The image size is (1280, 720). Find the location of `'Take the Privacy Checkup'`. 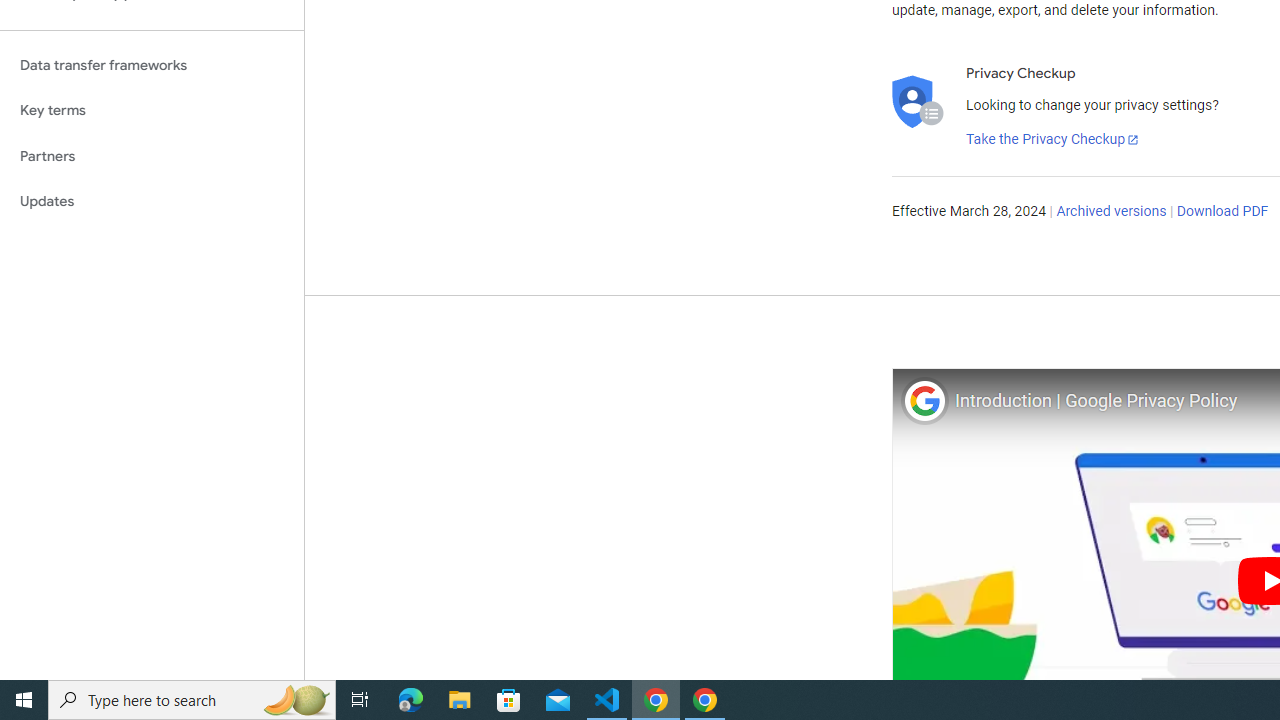

'Take the Privacy Checkup' is located at coordinates (1052, 139).